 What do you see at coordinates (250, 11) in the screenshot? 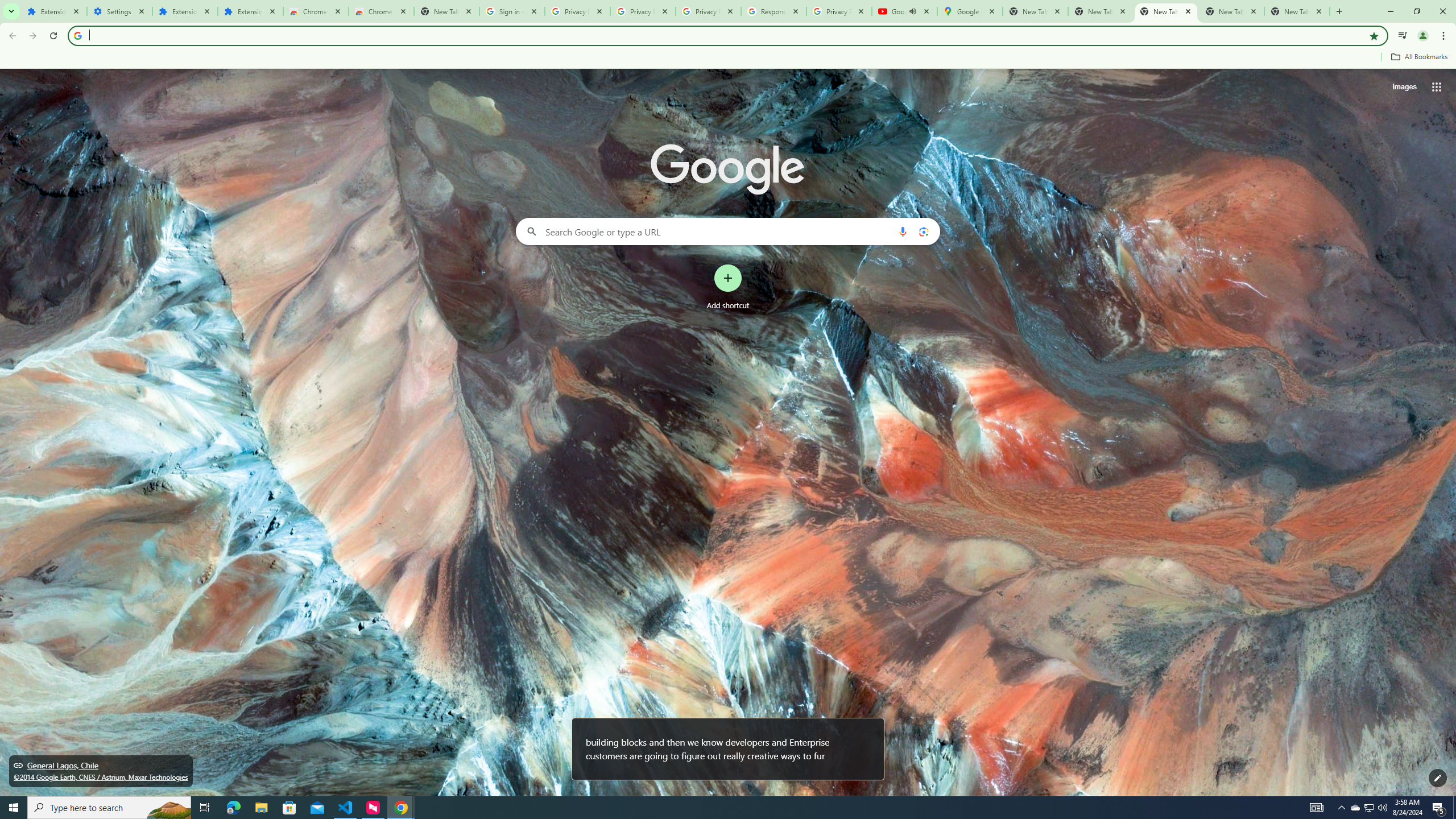
I see `'Extensions'` at bounding box center [250, 11].